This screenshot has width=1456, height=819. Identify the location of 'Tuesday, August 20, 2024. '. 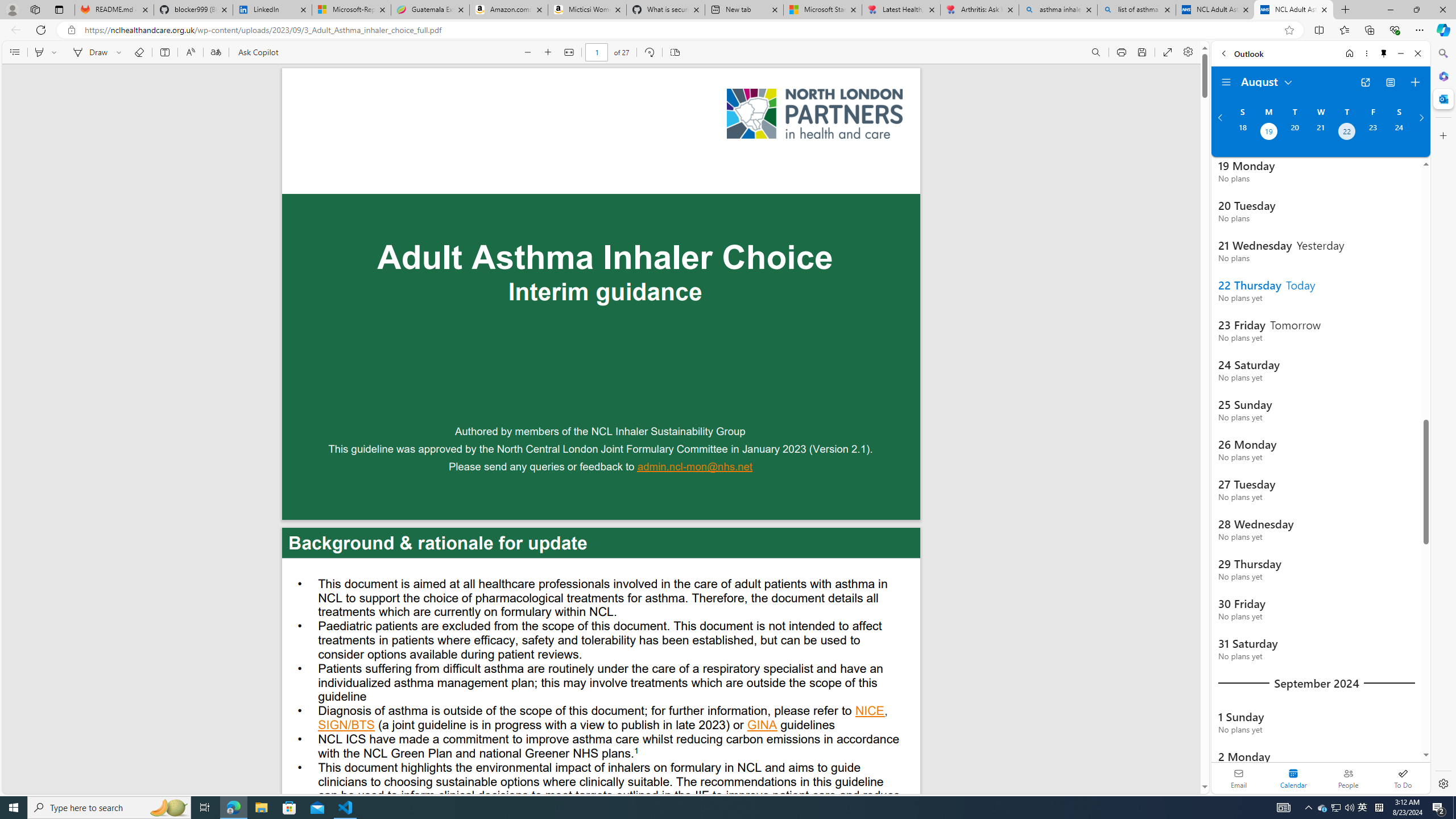
(1293, 133).